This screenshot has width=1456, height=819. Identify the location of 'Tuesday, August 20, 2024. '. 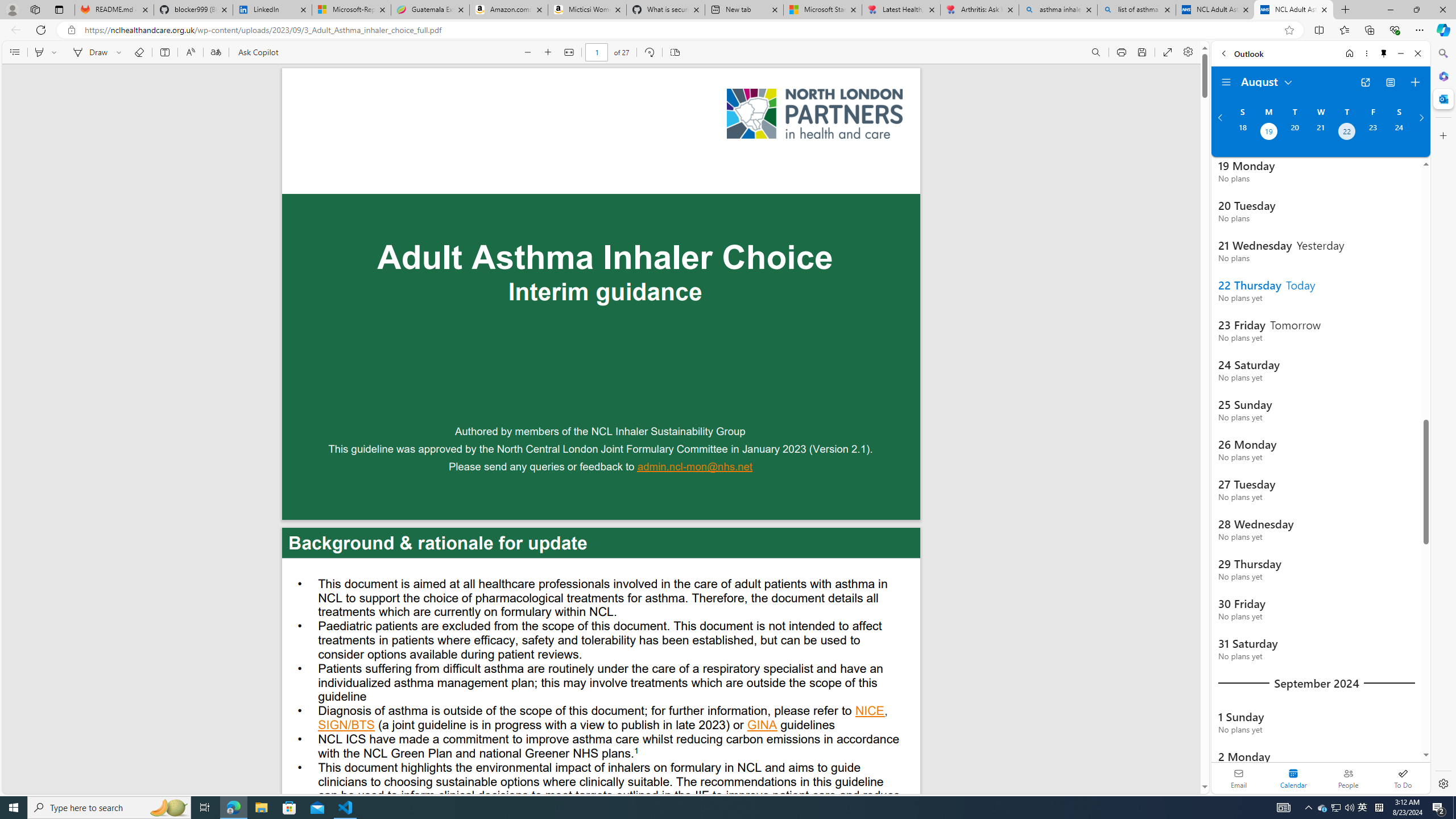
(1293, 133).